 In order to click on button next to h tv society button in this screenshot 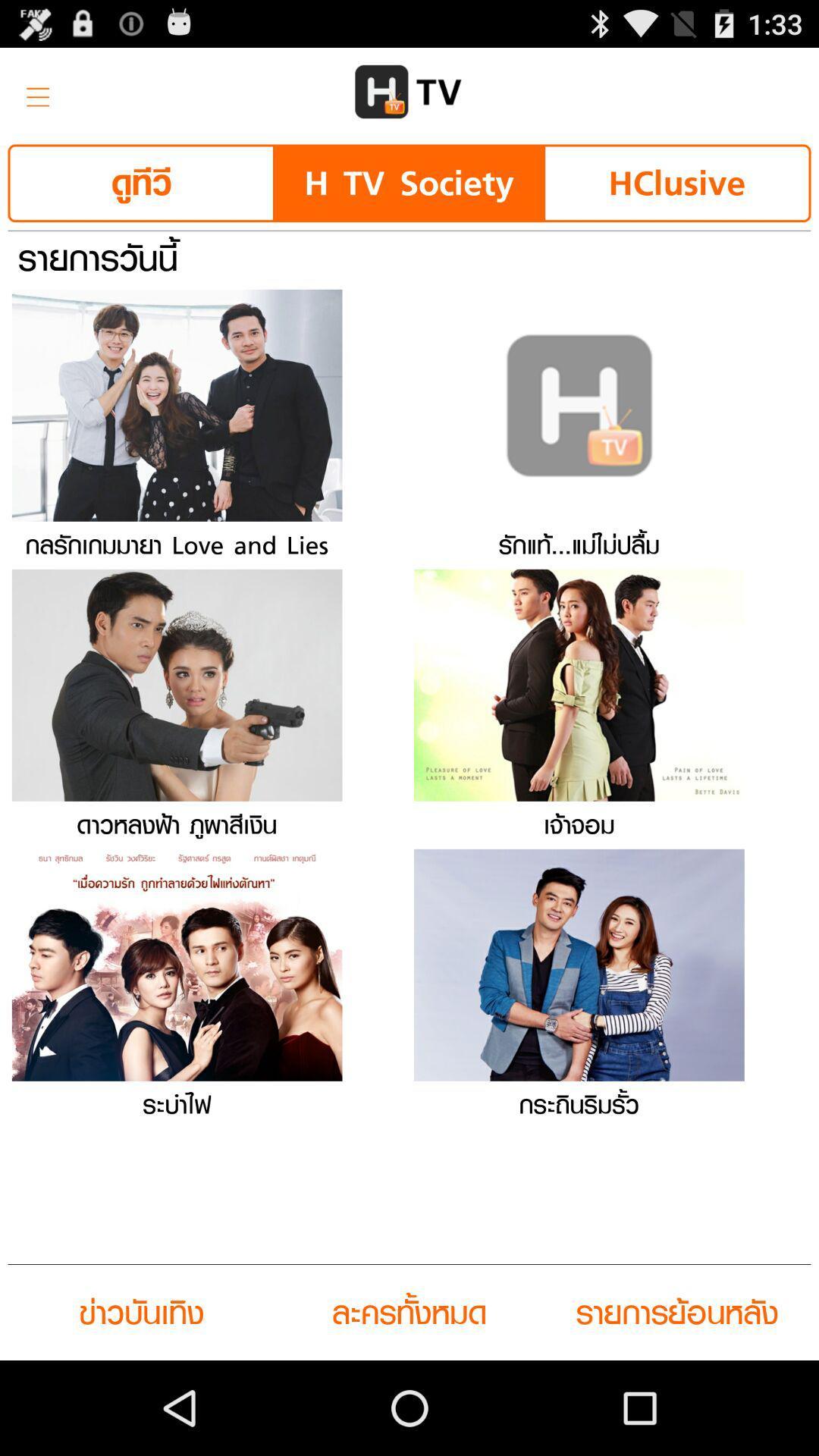, I will do `click(141, 182)`.